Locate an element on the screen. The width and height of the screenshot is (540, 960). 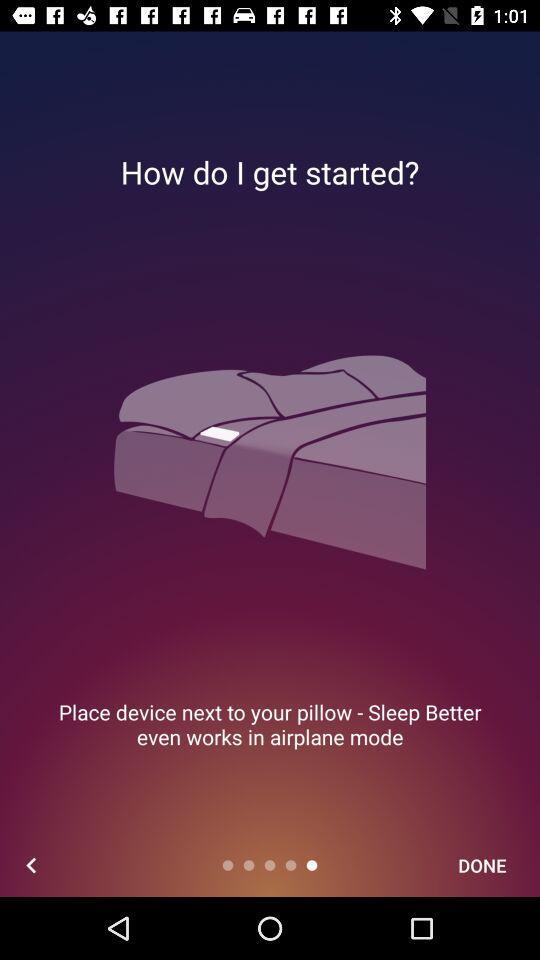
the icon at the bottom right corner is located at coordinates (481, 864).